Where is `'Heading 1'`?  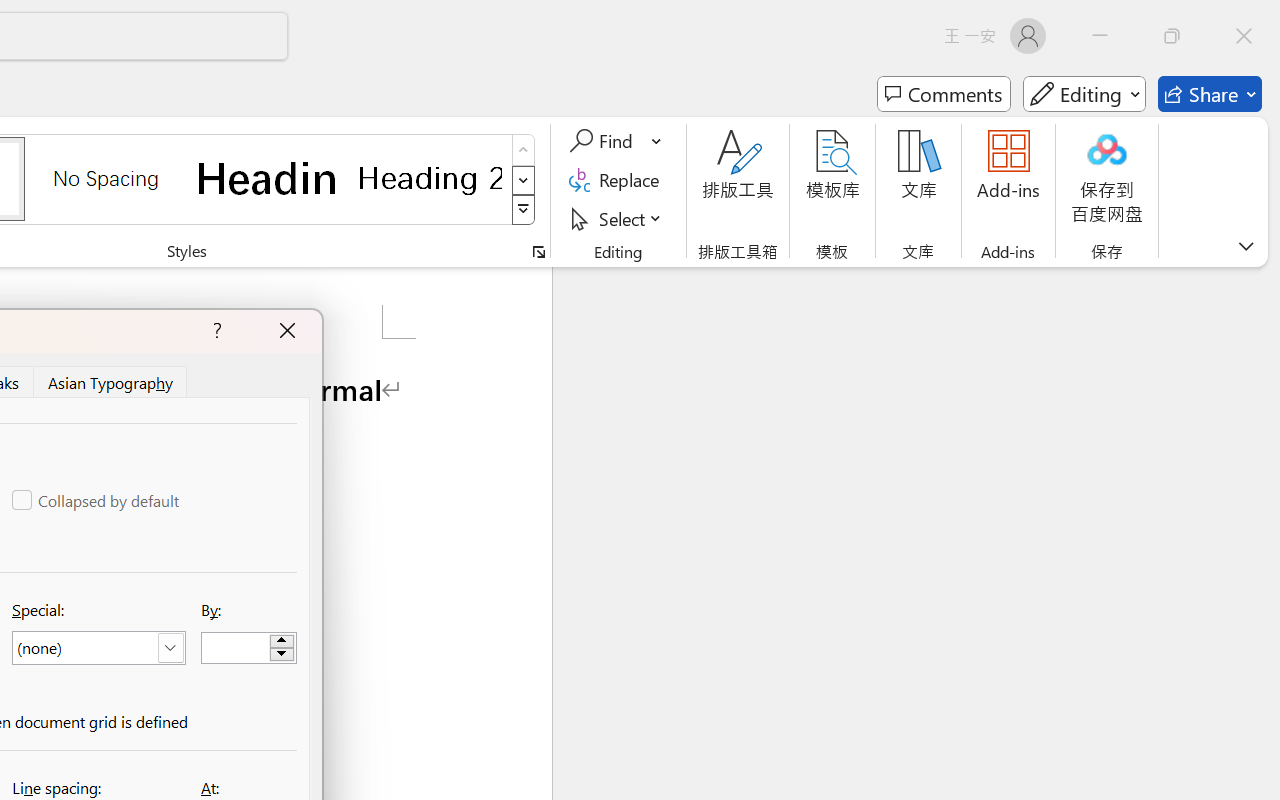 'Heading 1' is located at coordinates (267, 177).